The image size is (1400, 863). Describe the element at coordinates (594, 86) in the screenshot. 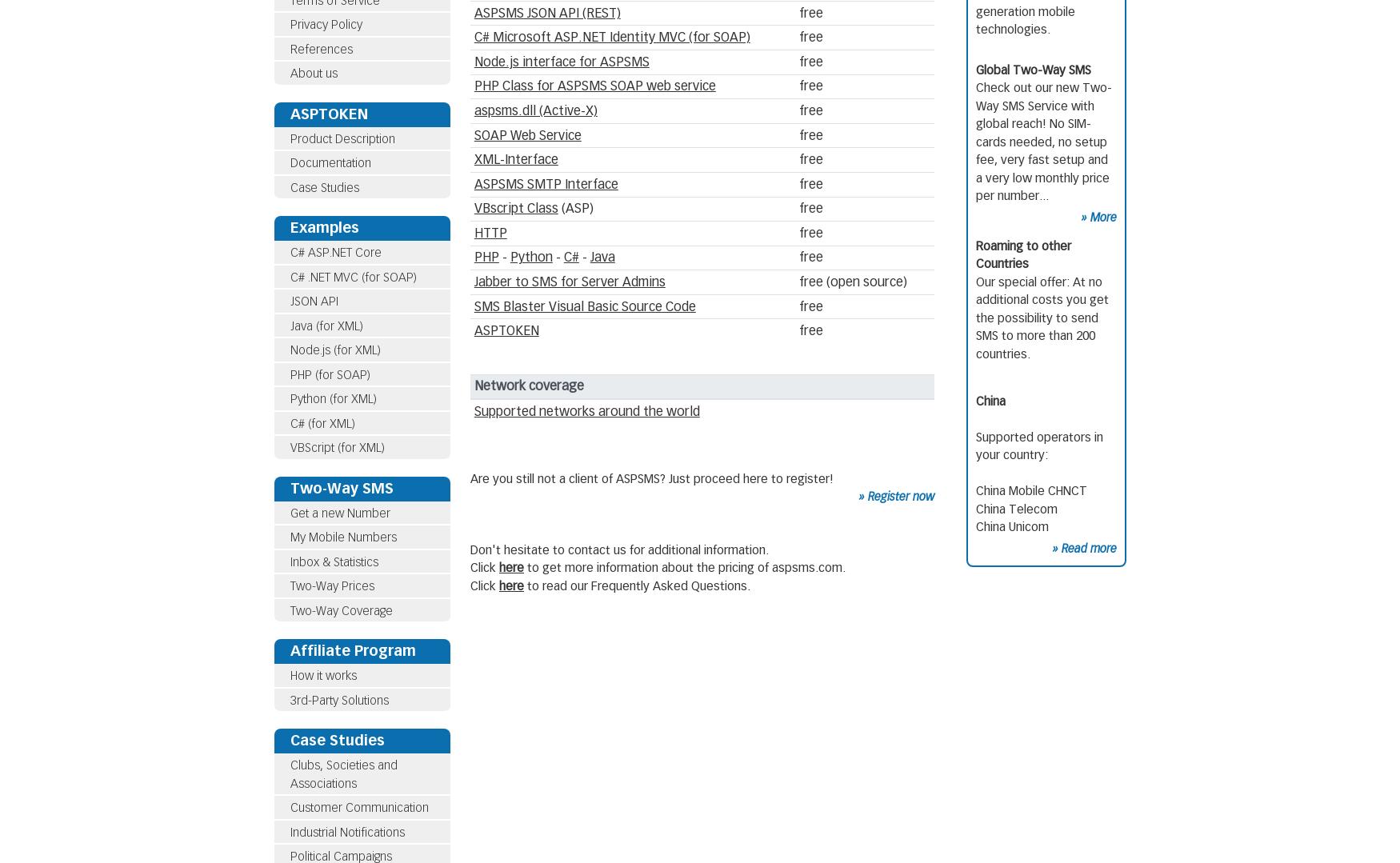

I see `'PHP Class for ASPSMS SOAP web service'` at that location.